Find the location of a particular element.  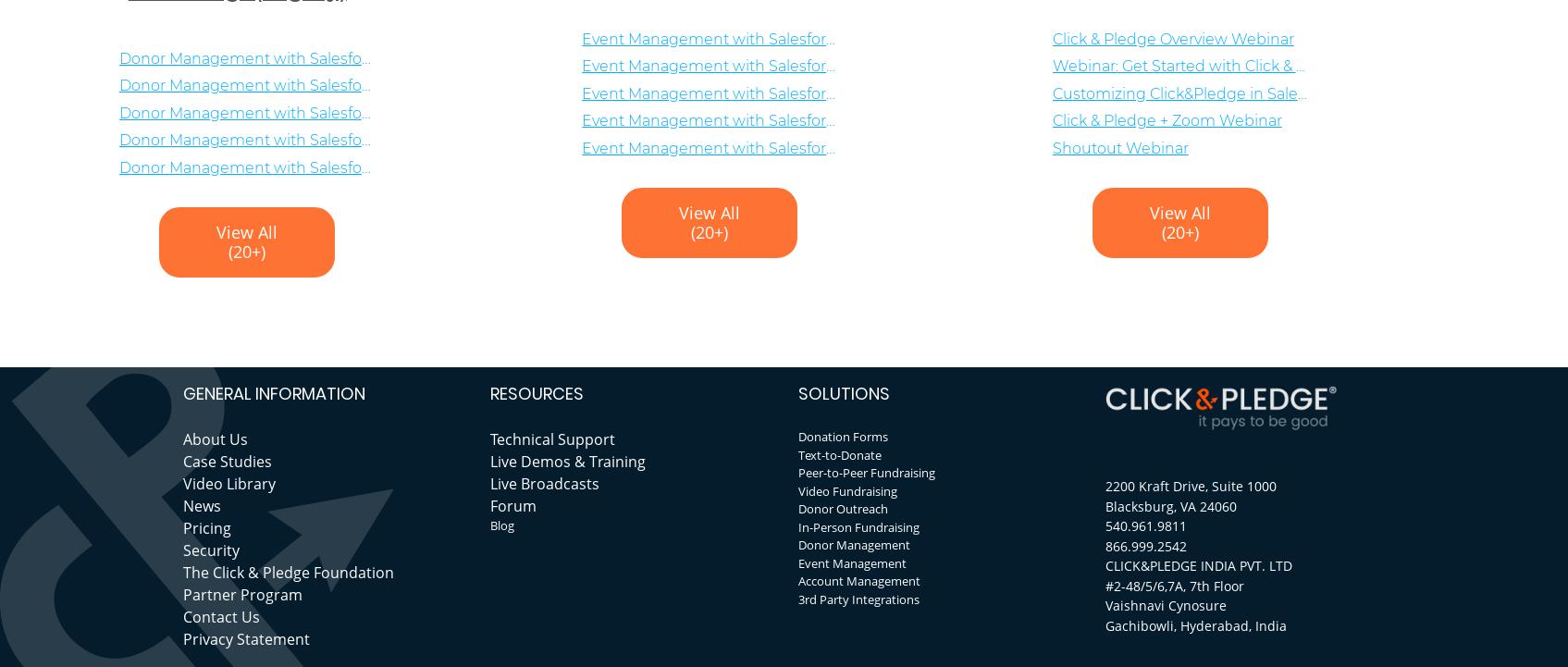

'2200 Kraft Drive, Suite 1000' is located at coordinates (1190, 486).